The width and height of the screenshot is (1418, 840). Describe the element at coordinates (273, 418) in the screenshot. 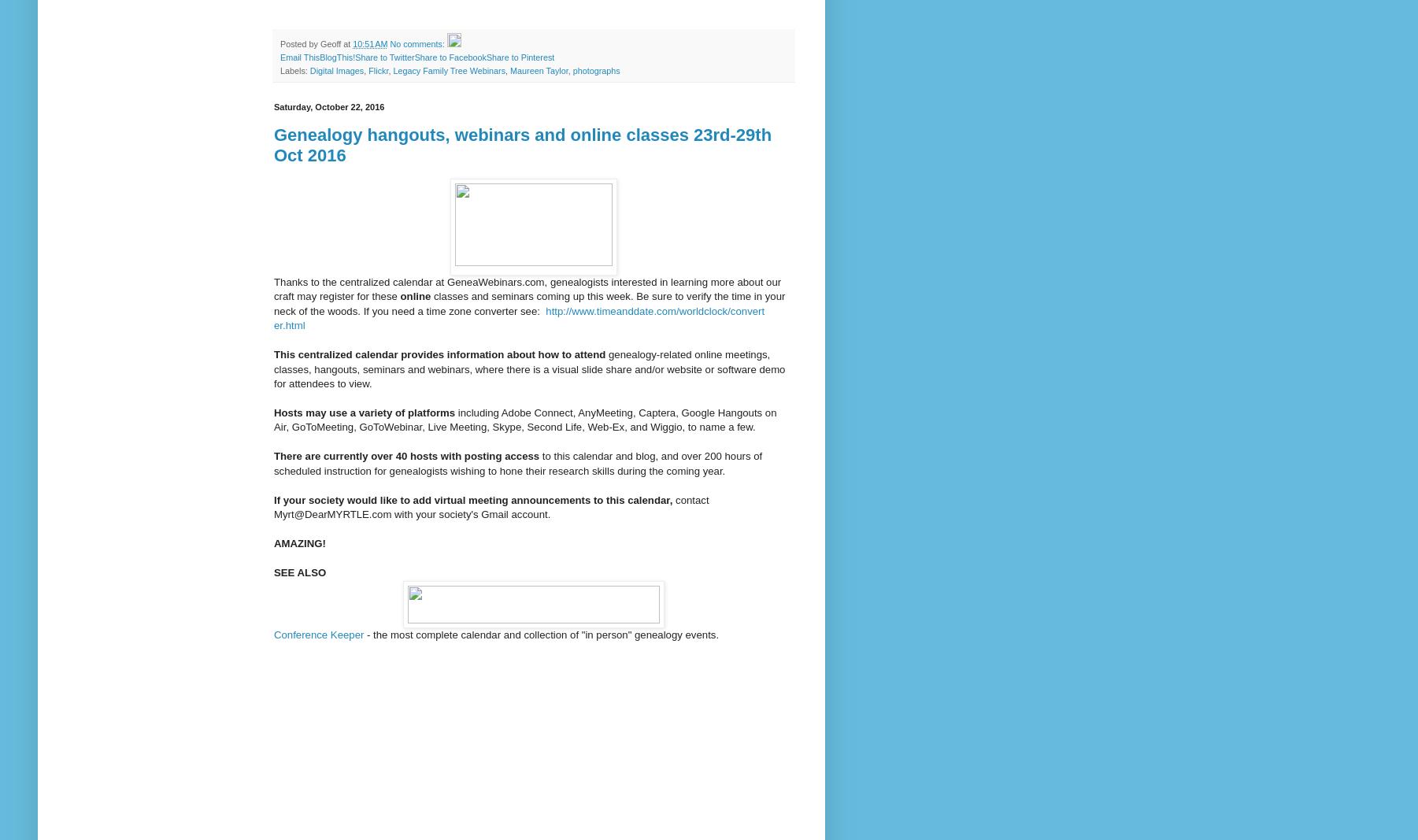

I see `'including Adobe Connect, AnyMeeting, Captera, Google Hangouts on Air, GoToMeeting, GoToWebinar, Live Meeting, Skype, Second'` at that location.